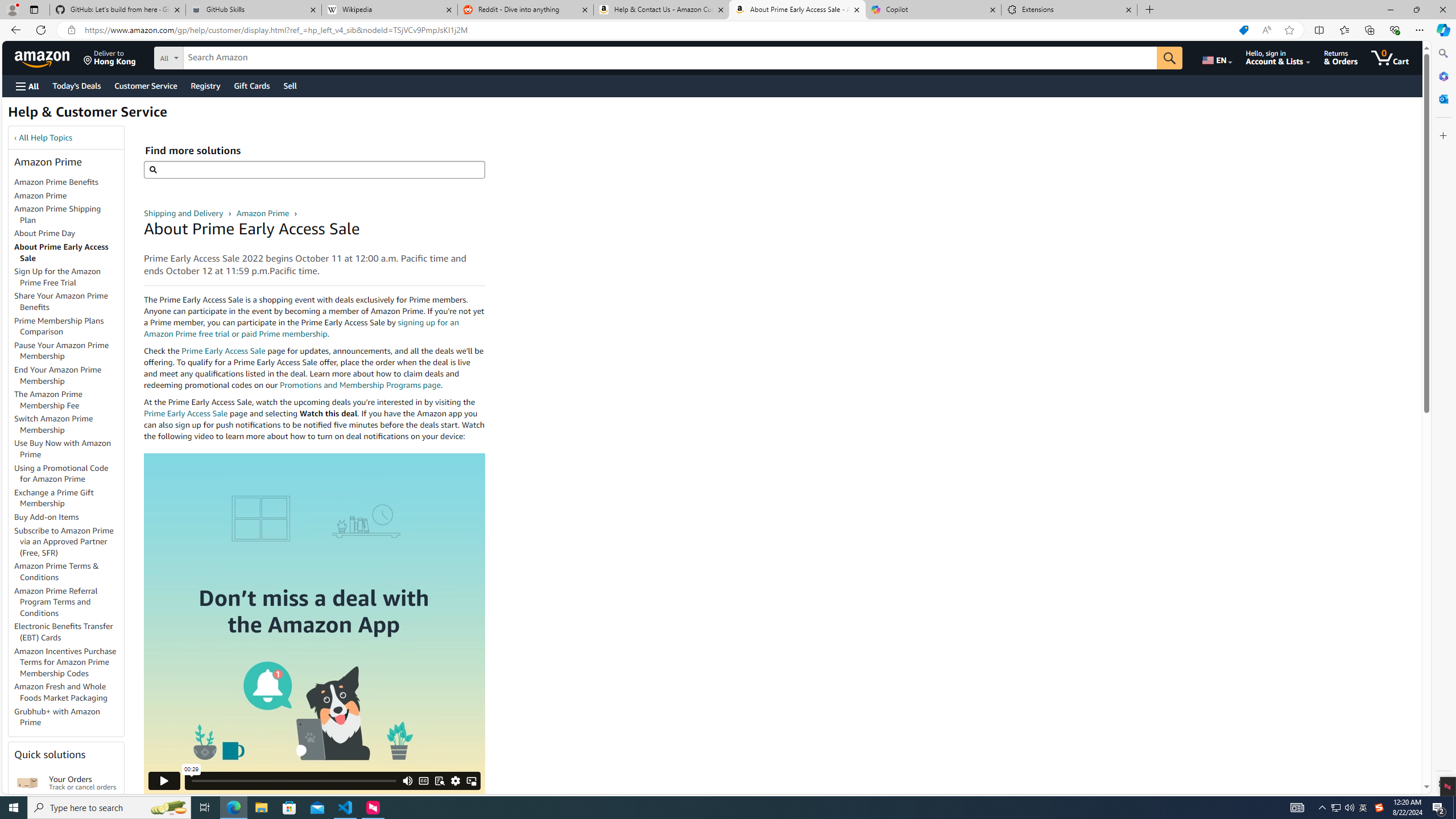 This screenshot has height=819, width=1456. What do you see at coordinates (1215, 57) in the screenshot?
I see `'Choose a language for shopping.'` at bounding box center [1215, 57].